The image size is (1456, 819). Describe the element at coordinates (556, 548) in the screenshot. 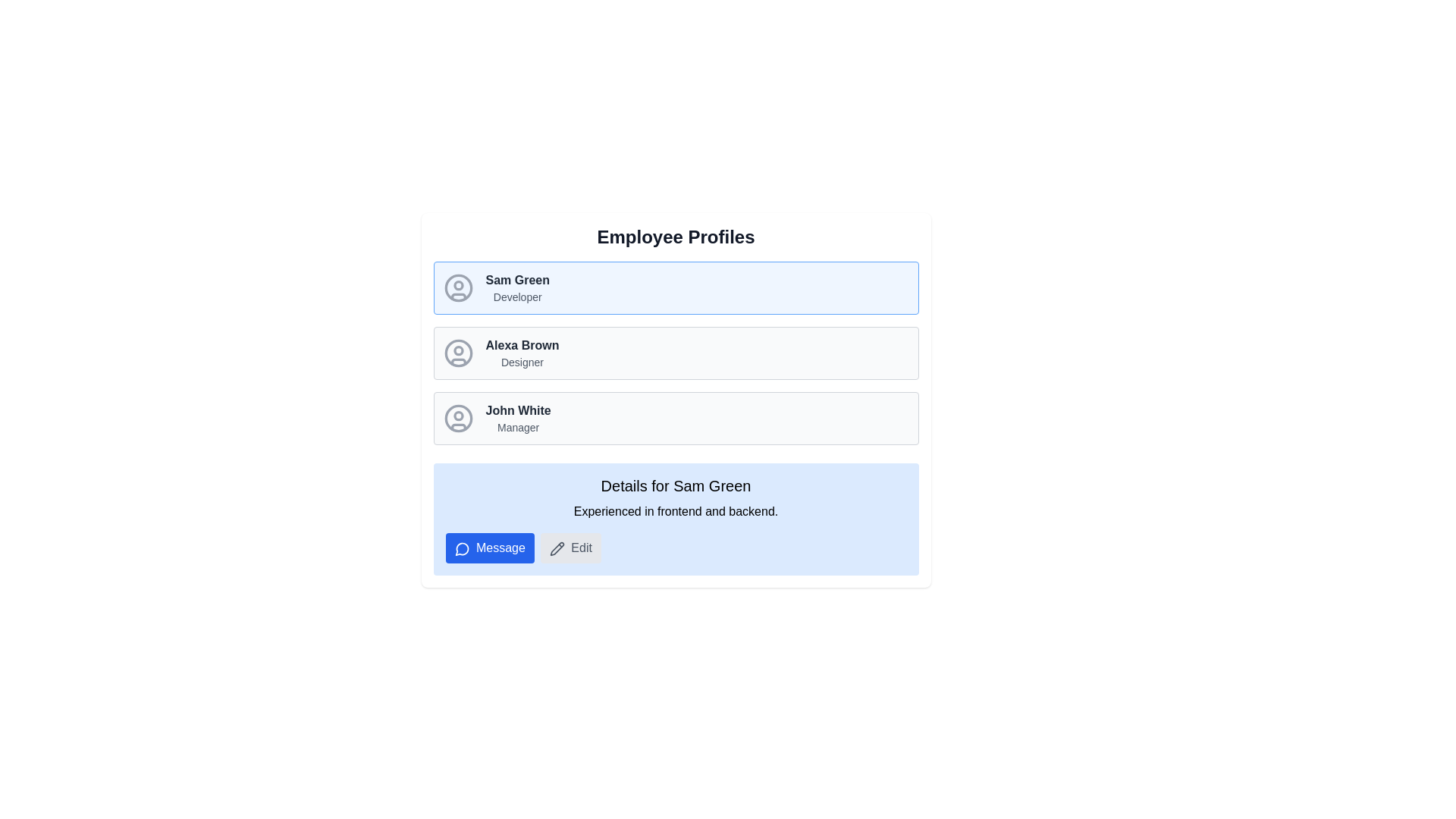

I see `the main body of the pencil icon embedded in the 'Edit' button located in the lower-right corner of the 'Details for Sam Green' section` at that location.